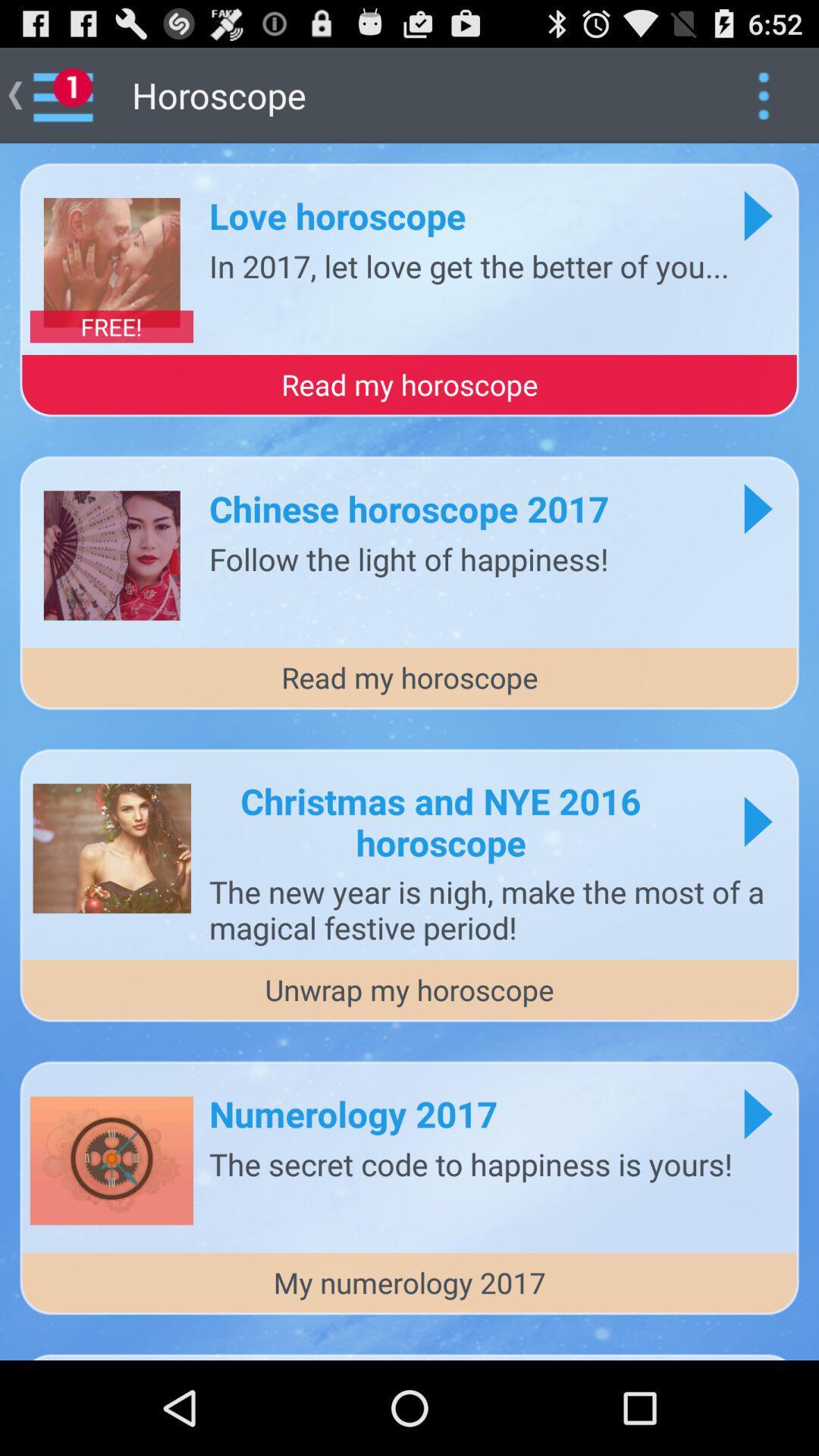  What do you see at coordinates (337, 215) in the screenshot?
I see `the love horoscope app` at bounding box center [337, 215].